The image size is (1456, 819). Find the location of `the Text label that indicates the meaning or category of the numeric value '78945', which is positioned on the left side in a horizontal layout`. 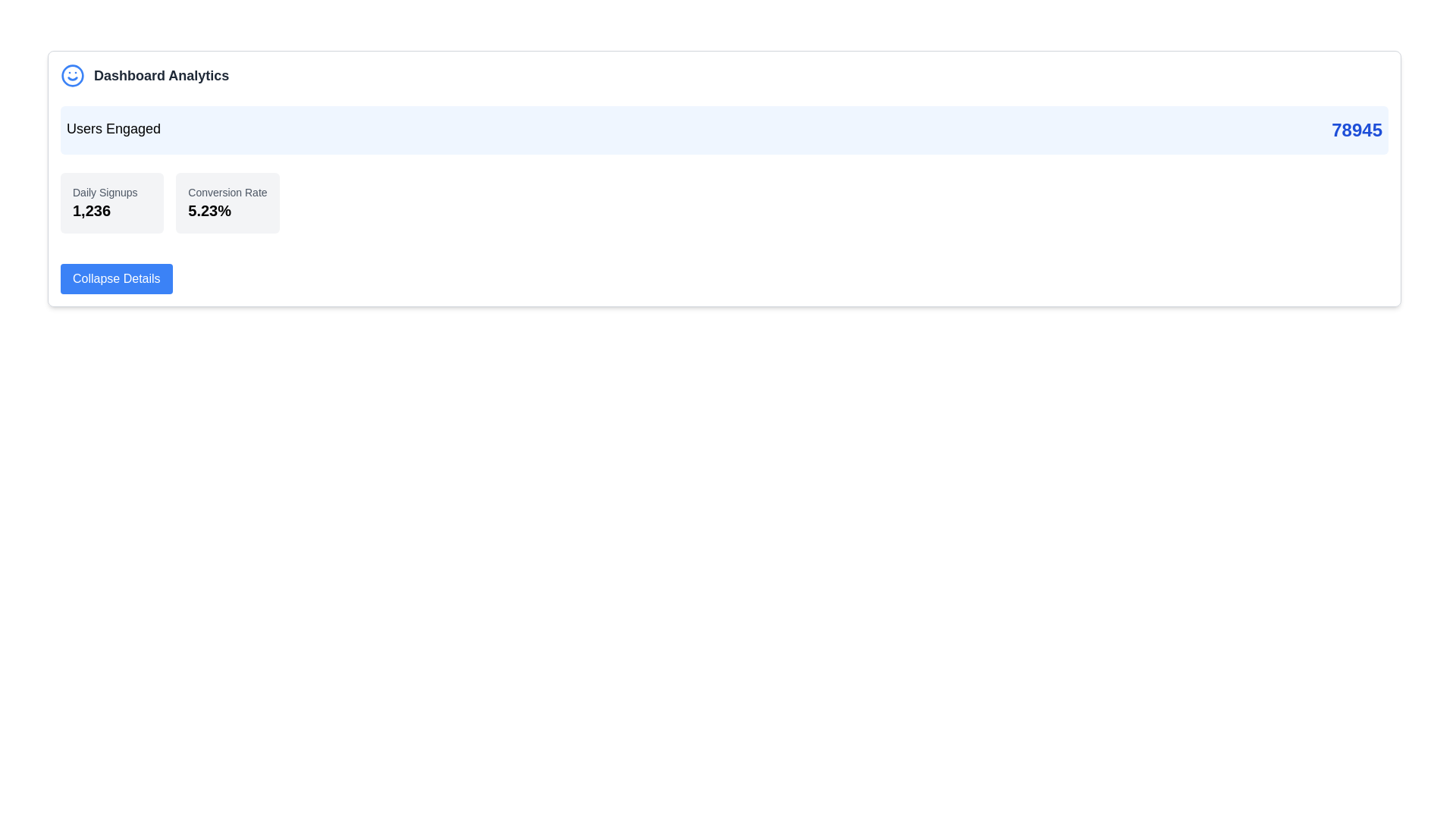

the Text label that indicates the meaning or category of the numeric value '78945', which is positioned on the left side in a horizontal layout is located at coordinates (112, 130).